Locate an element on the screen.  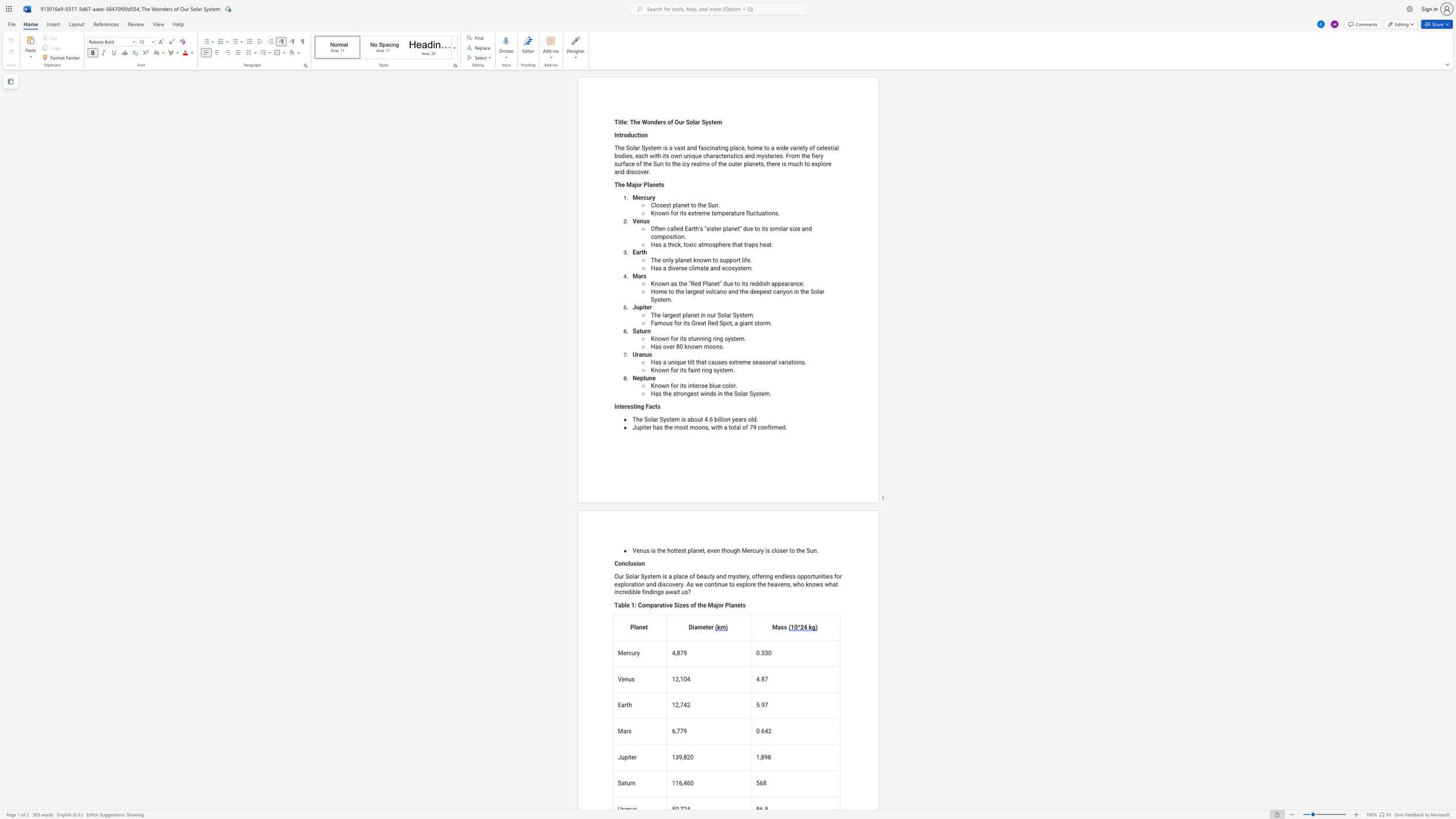
the 2th character "o" in the text is located at coordinates (669, 122).